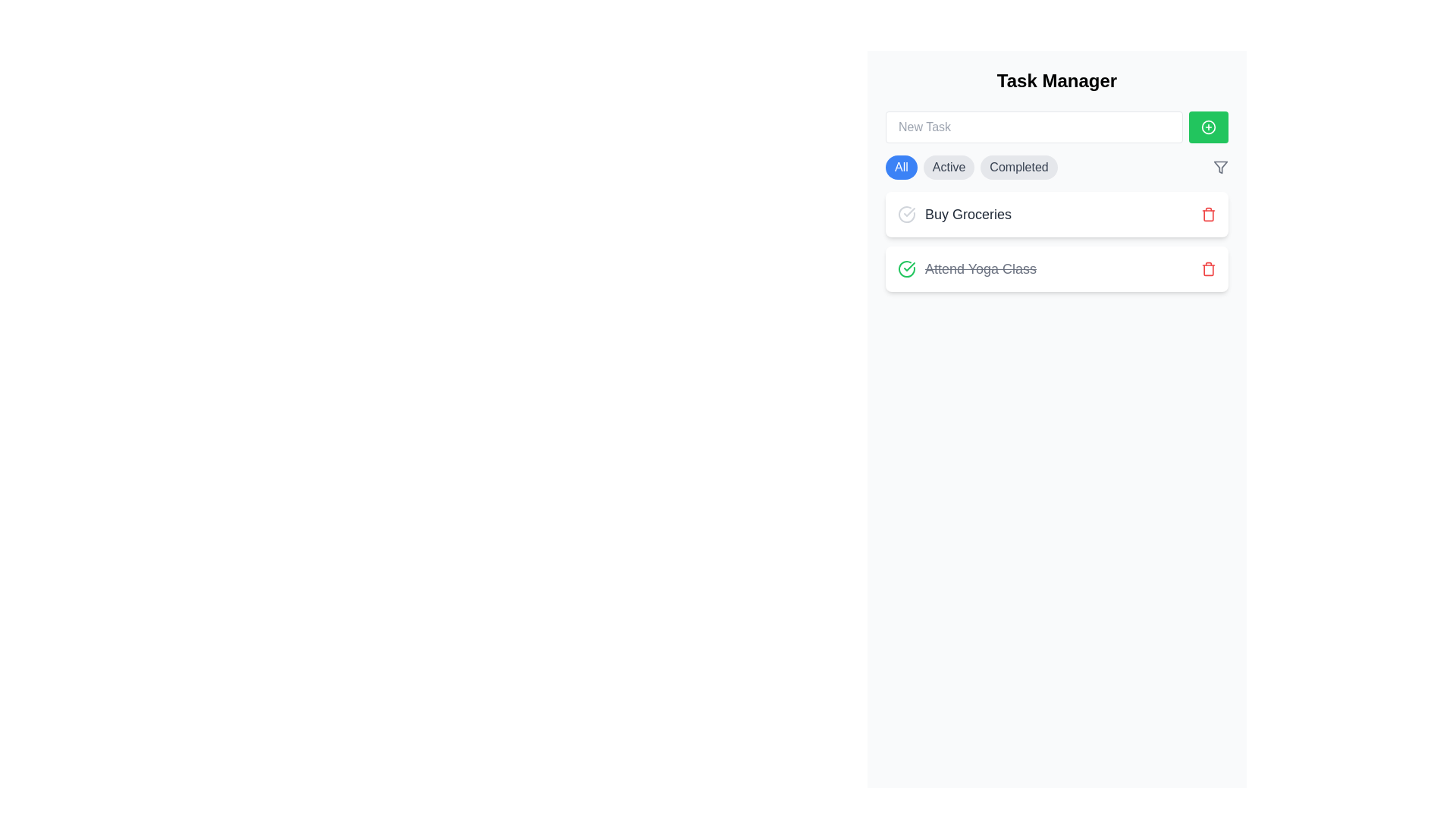  What do you see at coordinates (948, 167) in the screenshot?
I see `the filter button located between the 'All' button and the 'Completed' button to observe the hover effect` at bounding box center [948, 167].